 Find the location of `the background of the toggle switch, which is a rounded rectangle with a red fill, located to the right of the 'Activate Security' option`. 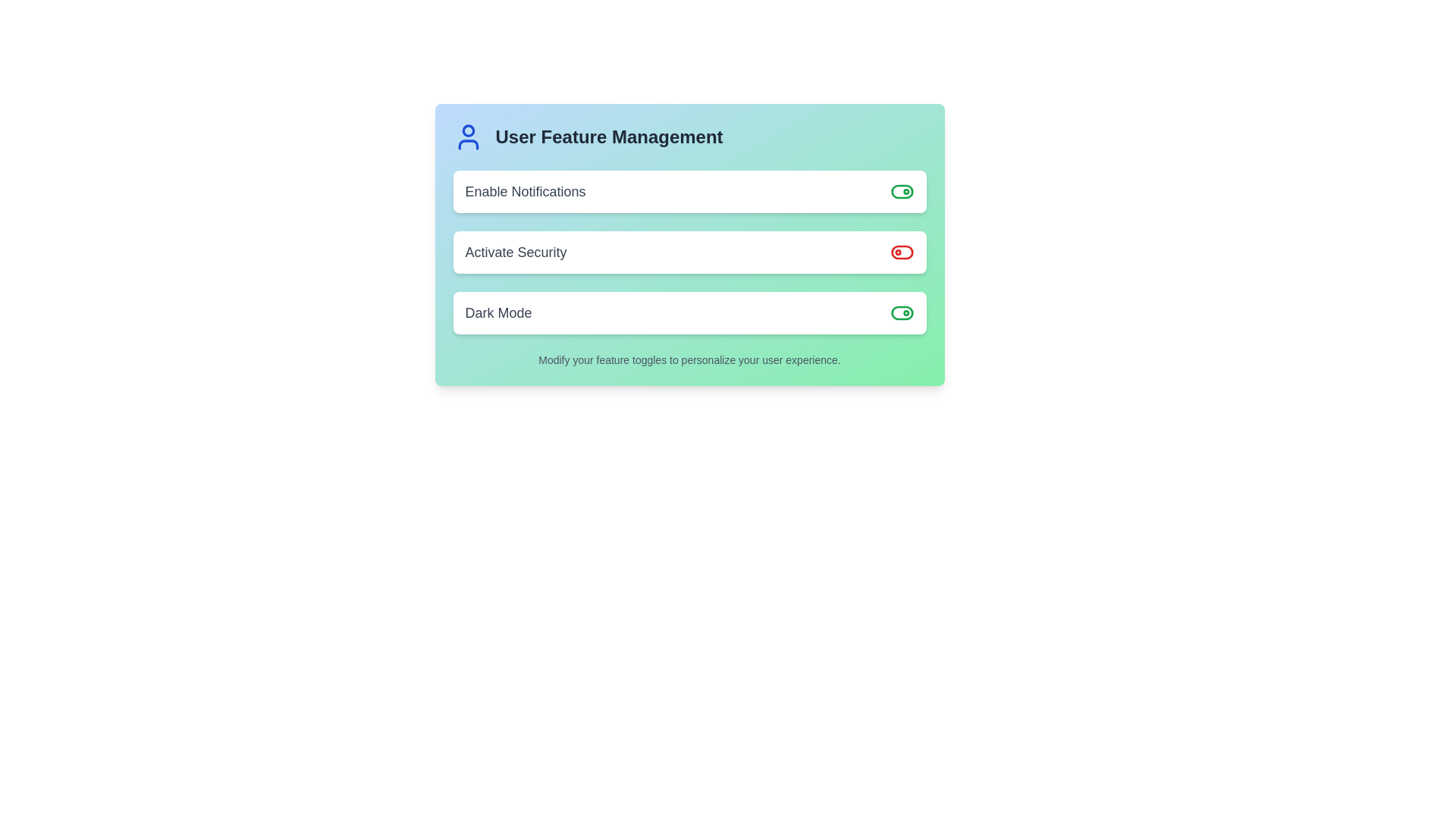

the background of the toggle switch, which is a rounded rectangle with a red fill, located to the right of the 'Activate Security' option is located at coordinates (902, 251).